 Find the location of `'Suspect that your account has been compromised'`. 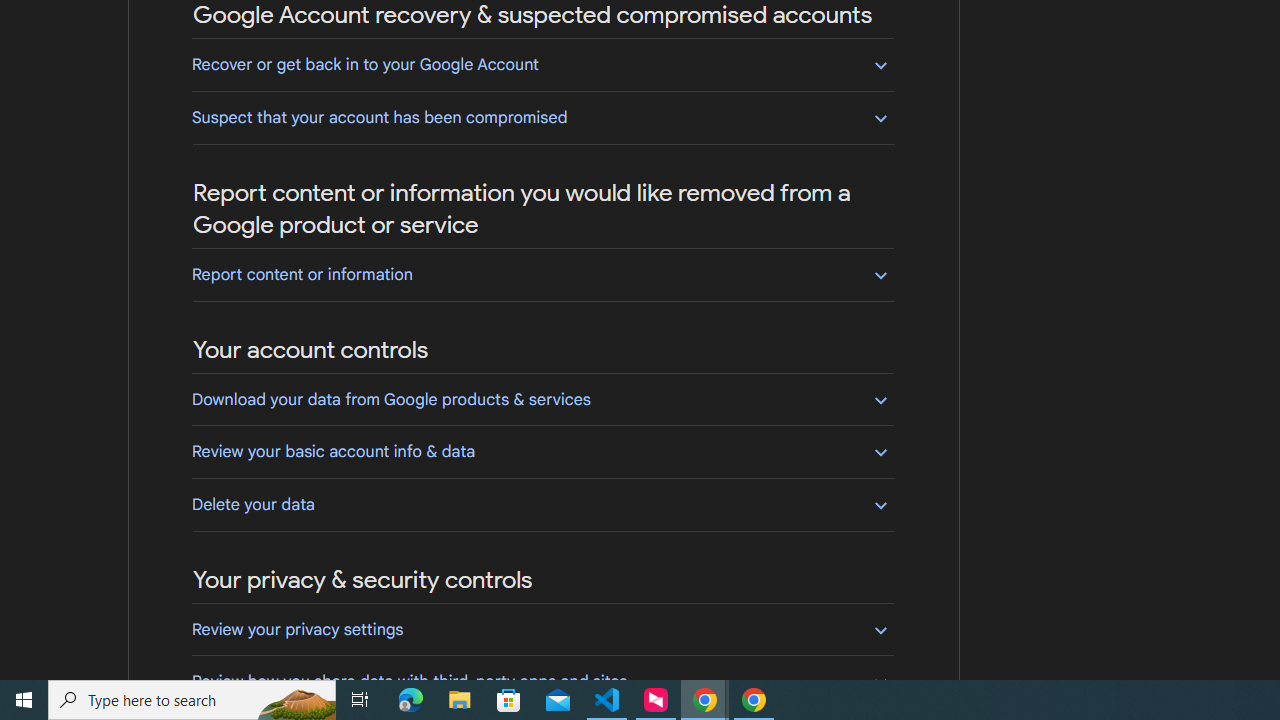

'Suspect that your account has been compromised' is located at coordinates (542, 117).